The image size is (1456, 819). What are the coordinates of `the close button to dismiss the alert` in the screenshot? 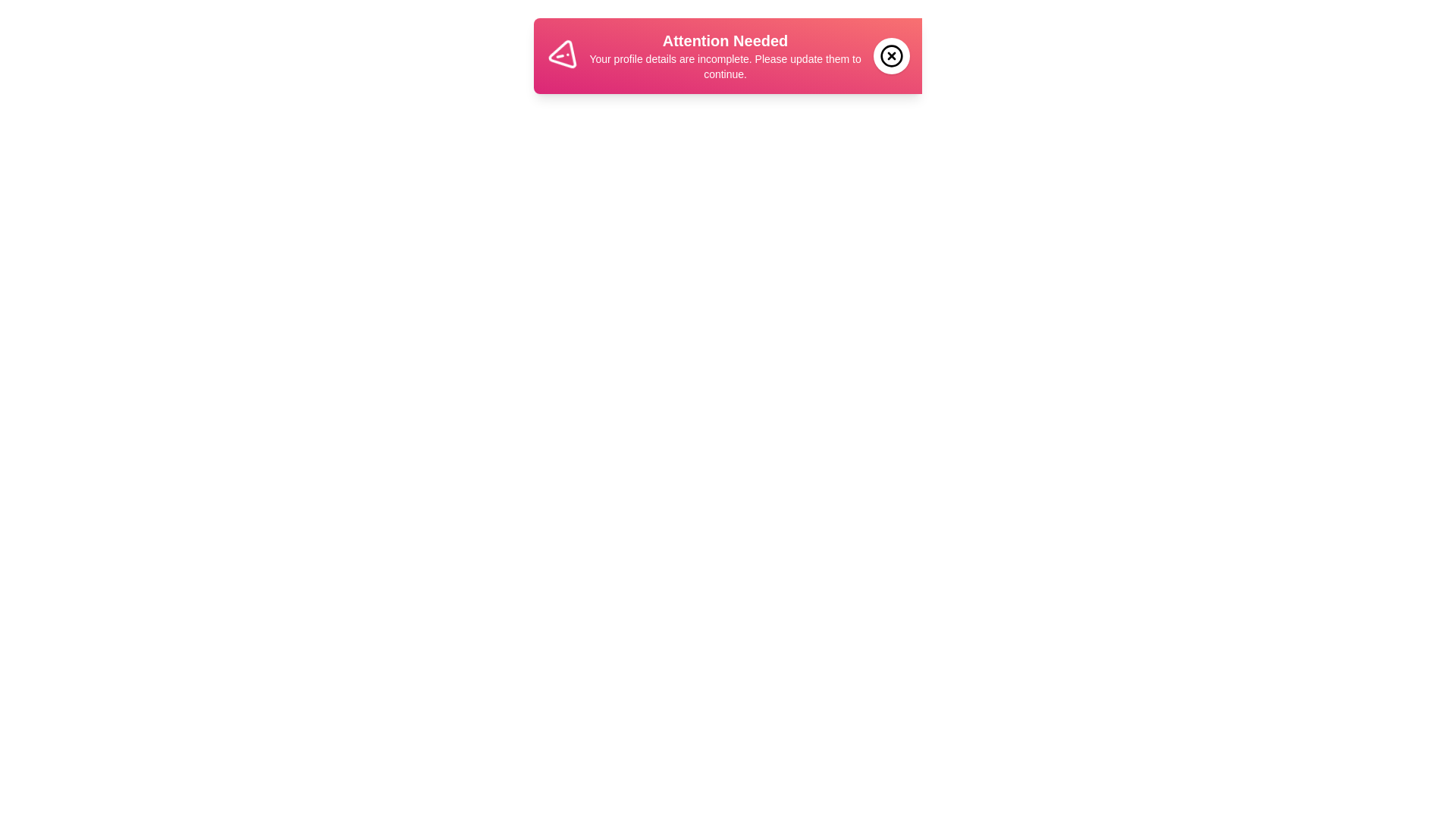 It's located at (892, 55).